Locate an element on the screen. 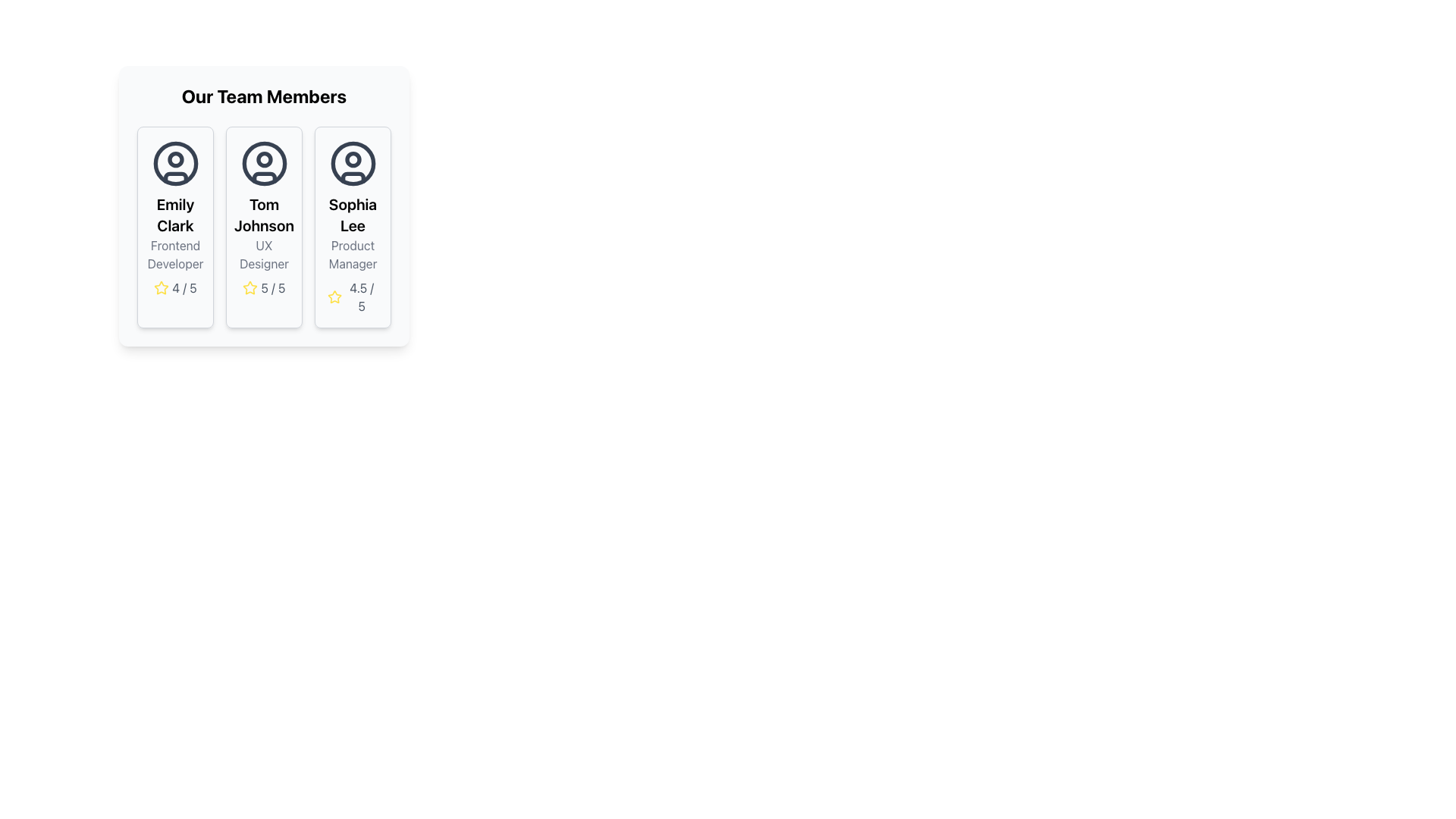 This screenshot has width=1456, height=819. the third star icon in the 'Our Team Members' section, which is used for rating Tom Johnson, characterized by its hollow interior and yellow highlighted edges is located at coordinates (250, 287).